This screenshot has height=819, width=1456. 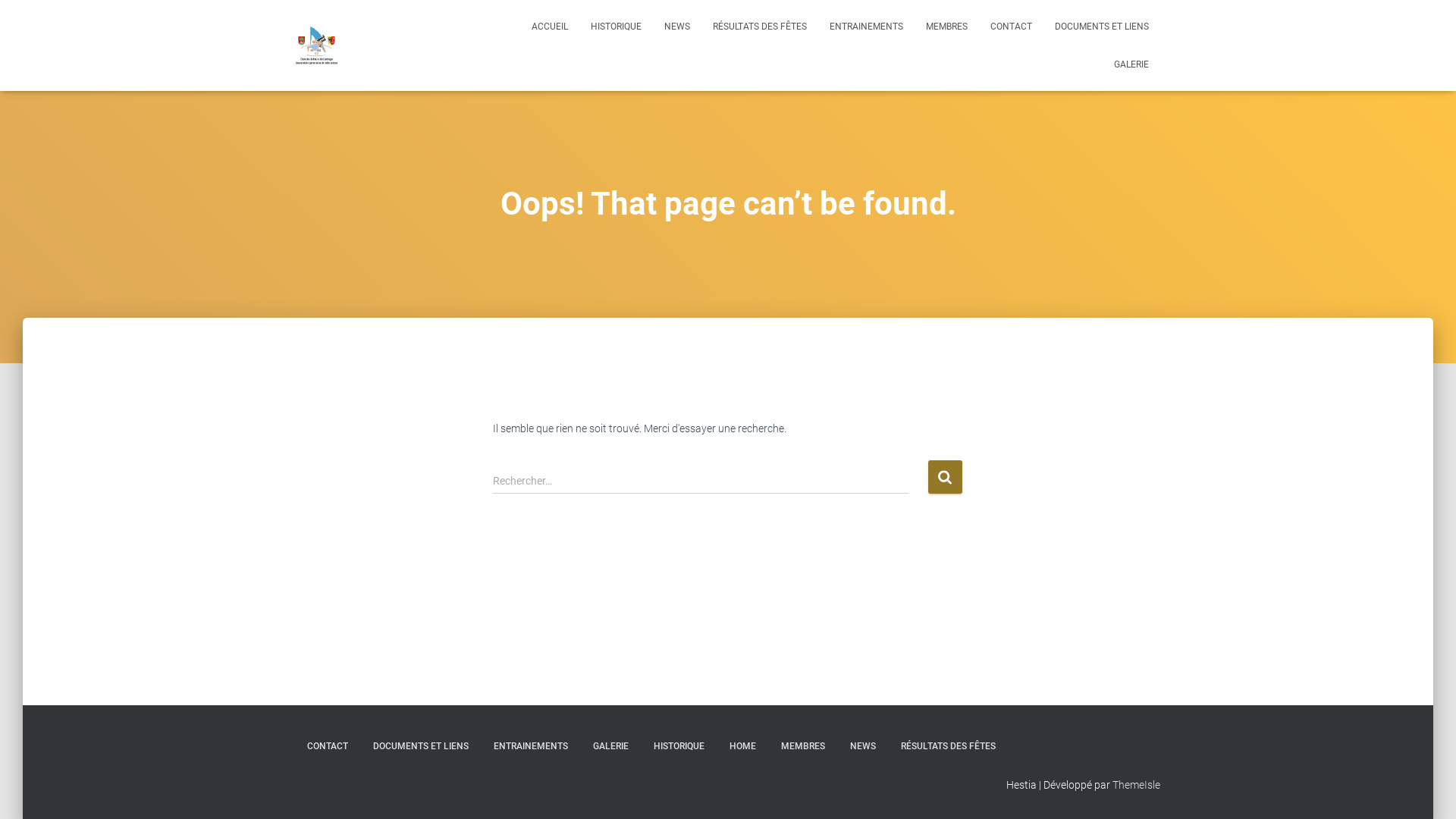 What do you see at coordinates (327, 745) in the screenshot?
I see `'CONTACT'` at bounding box center [327, 745].